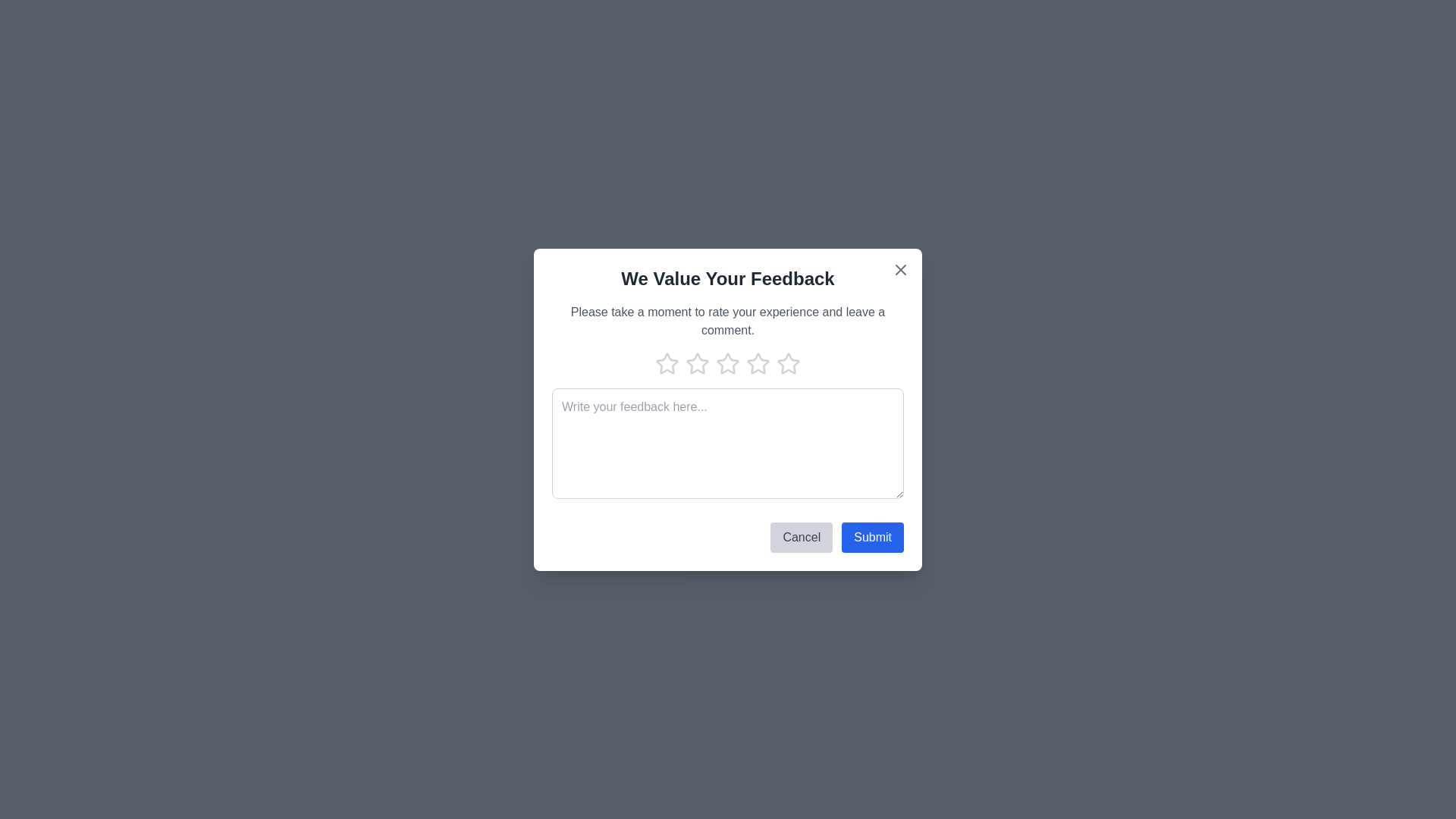 The width and height of the screenshot is (1456, 819). What do you see at coordinates (873, 536) in the screenshot?
I see `the 'Submit' button located at the bottom-right corner of the modal dialog box to finalize the form submission` at bounding box center [873, 536].